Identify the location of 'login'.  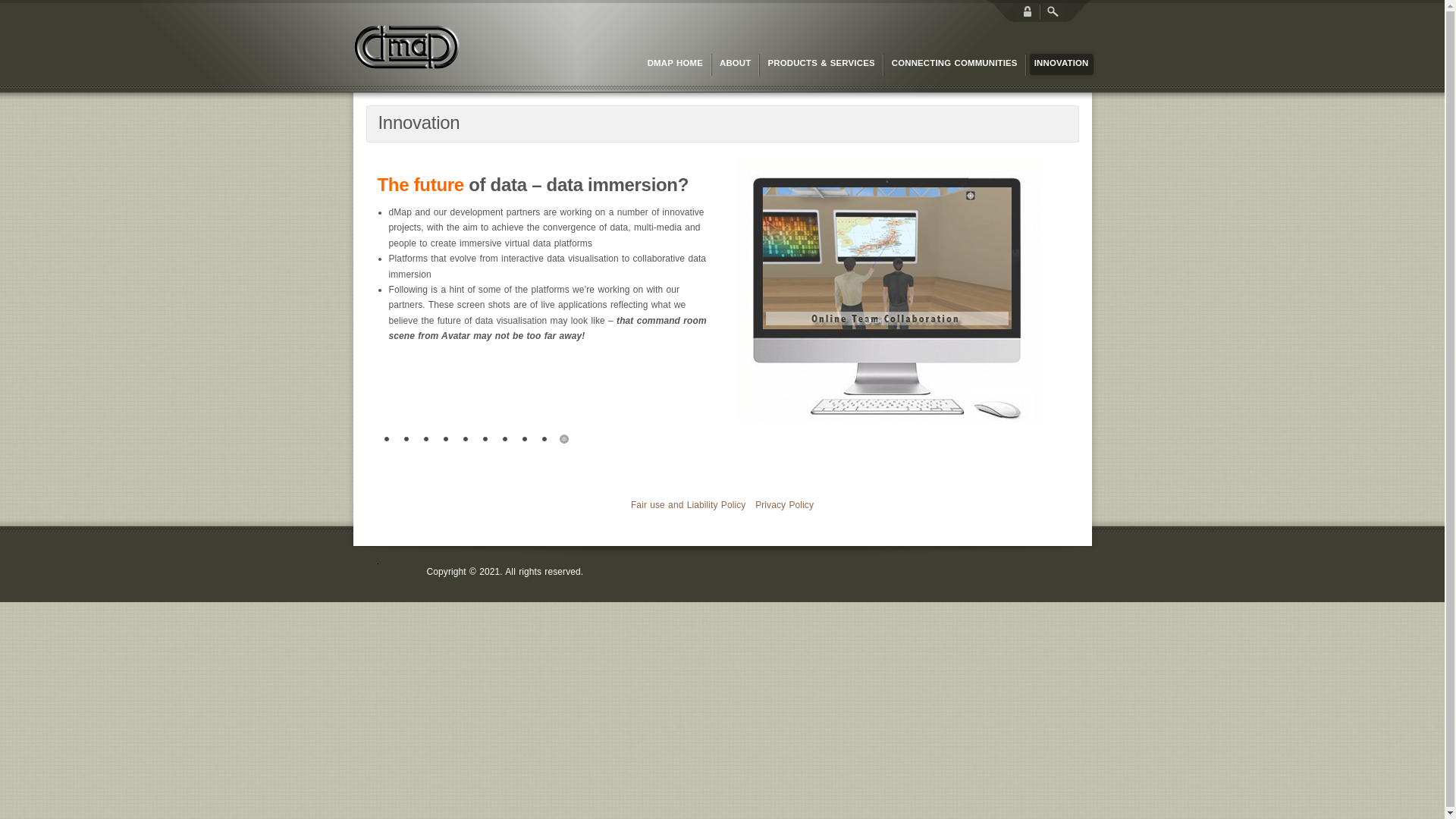
(1027, 11).